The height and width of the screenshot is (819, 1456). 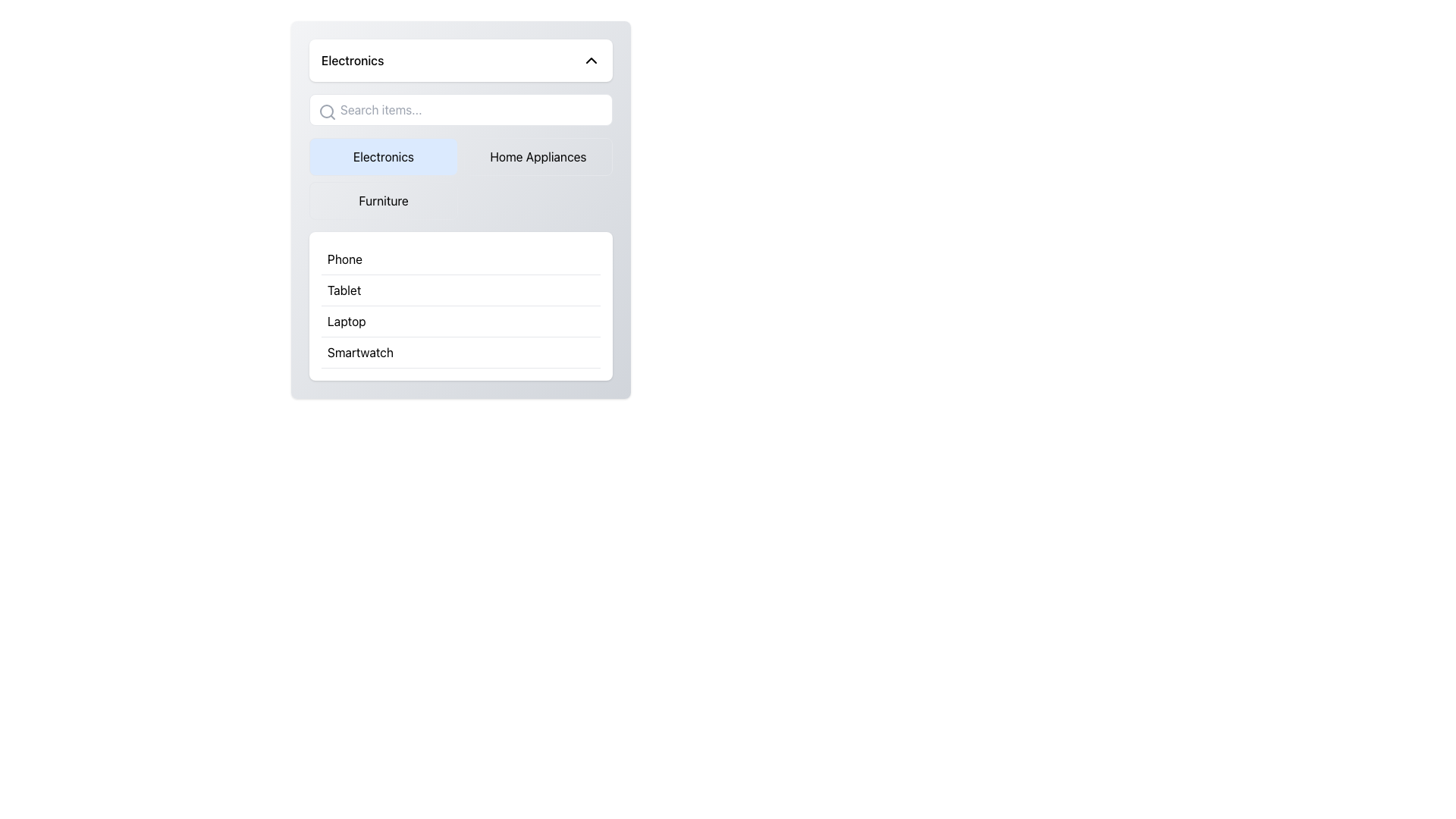 I want to click on the SVG Circle element that is part of the search icon, located to the left of the 'Search items...' text input box, so click(x=326, y=110).